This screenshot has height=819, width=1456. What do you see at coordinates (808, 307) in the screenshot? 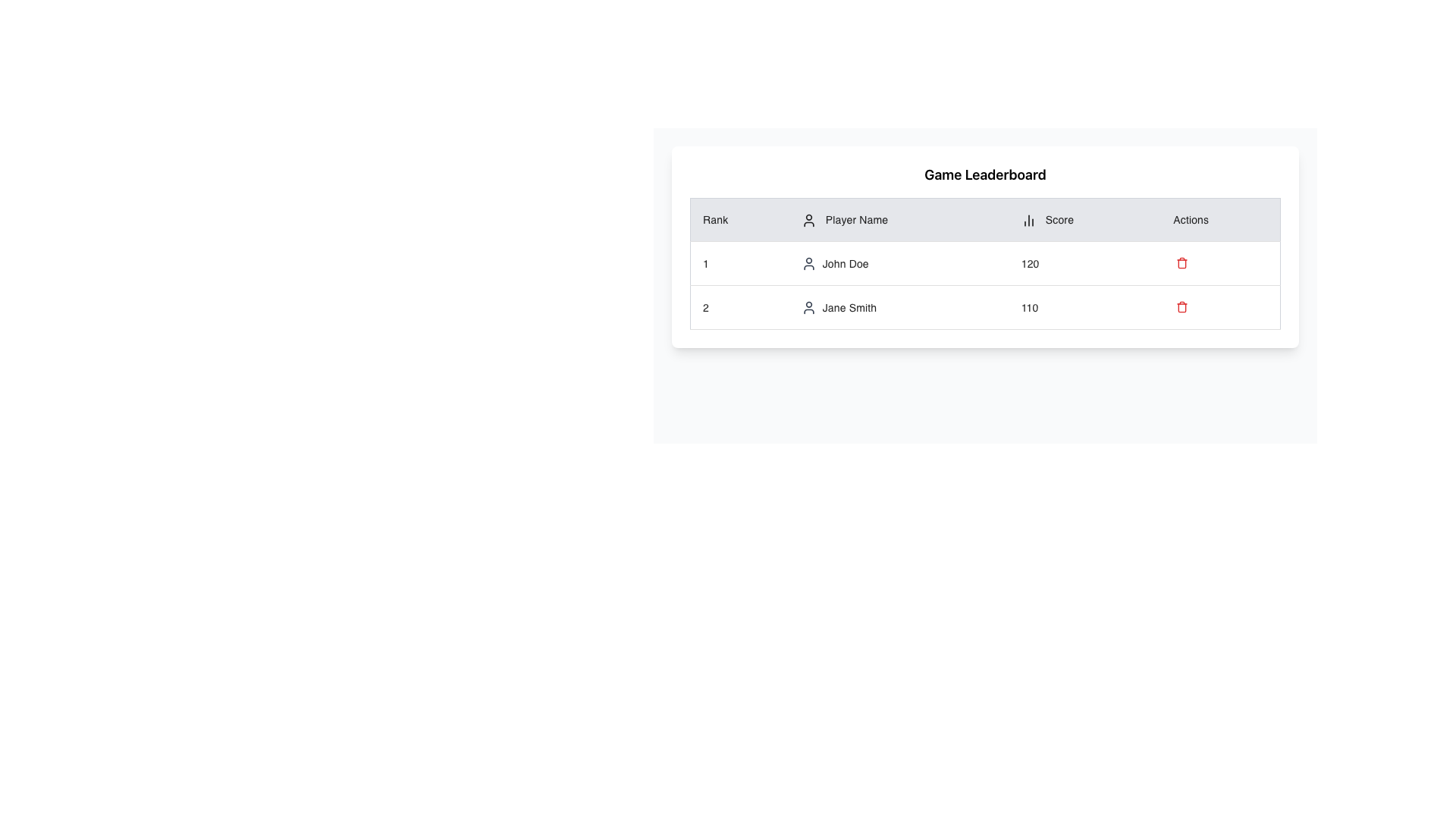
I see `the user icon next to 'Jane Smith' in the second row of the leaderboard, representing the player visually` at bounding box center [808, 307].